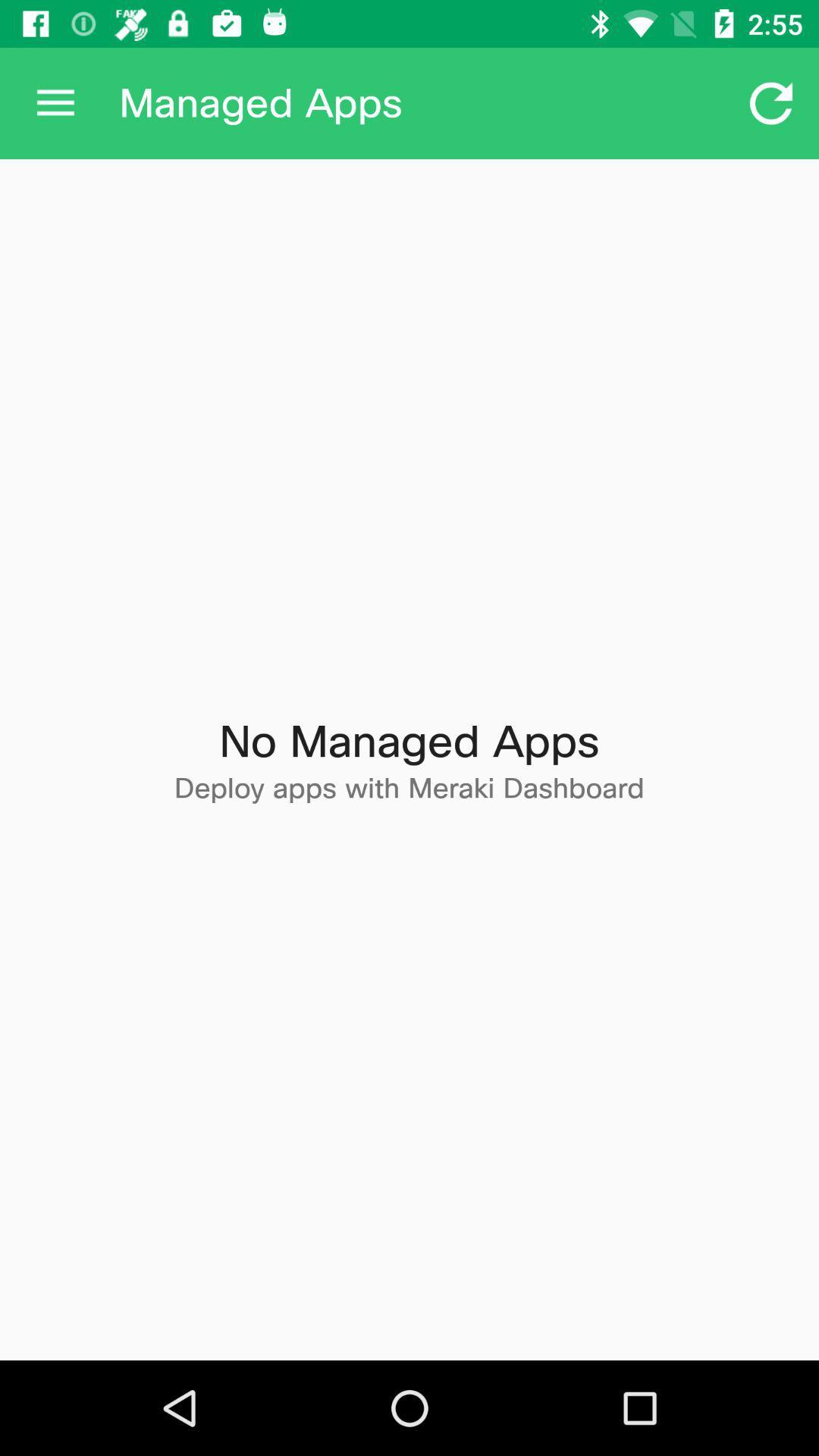  Describe the element at coordinates (55, 102) in the screenshot. I see `icon next to managed apps item` at that location.